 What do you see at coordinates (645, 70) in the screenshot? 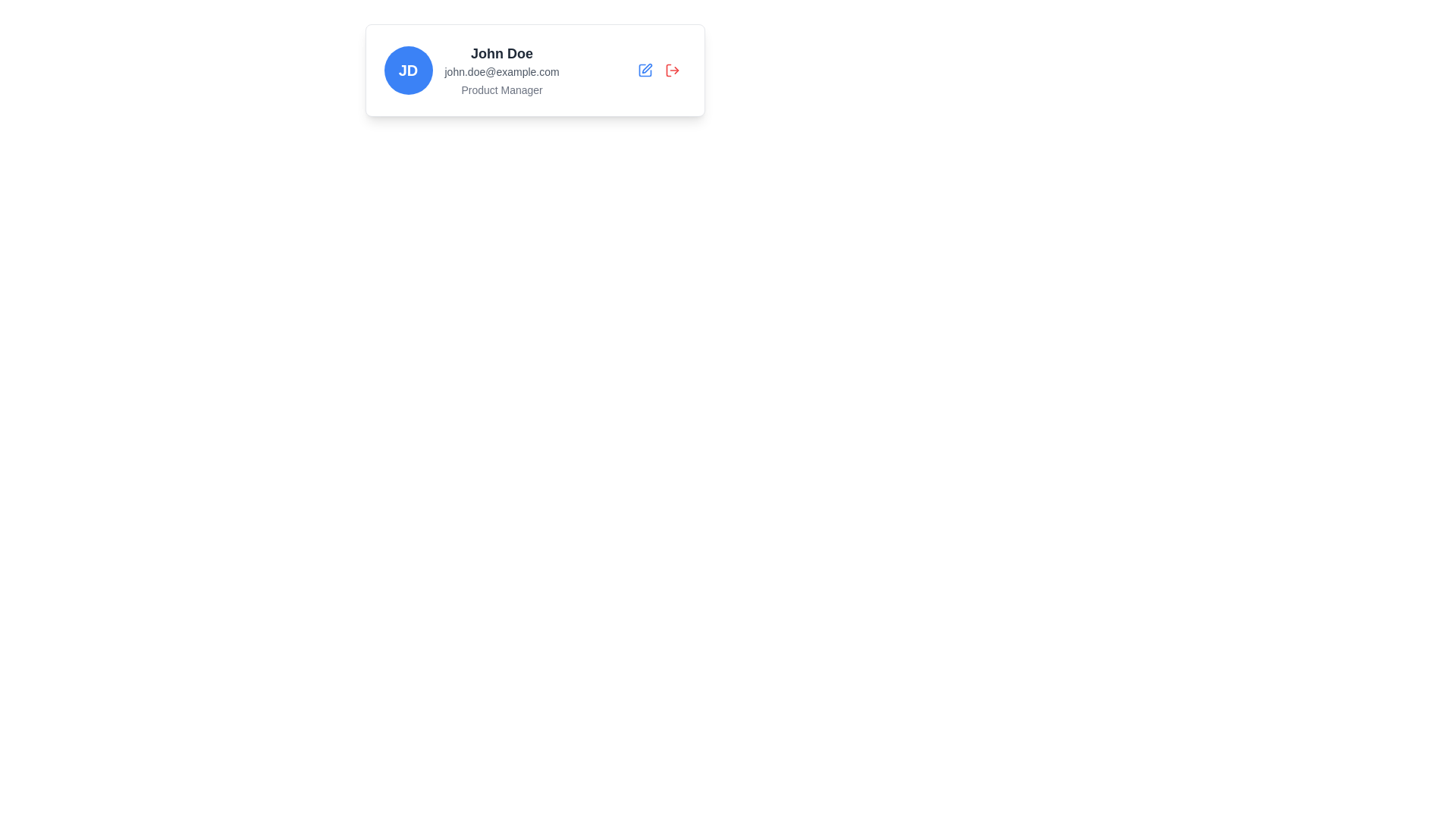
I see `the edit button, which is a minimalistic square with a pen icon, located in the top-right section of the user profile display card` at bounding box center [645, 70].